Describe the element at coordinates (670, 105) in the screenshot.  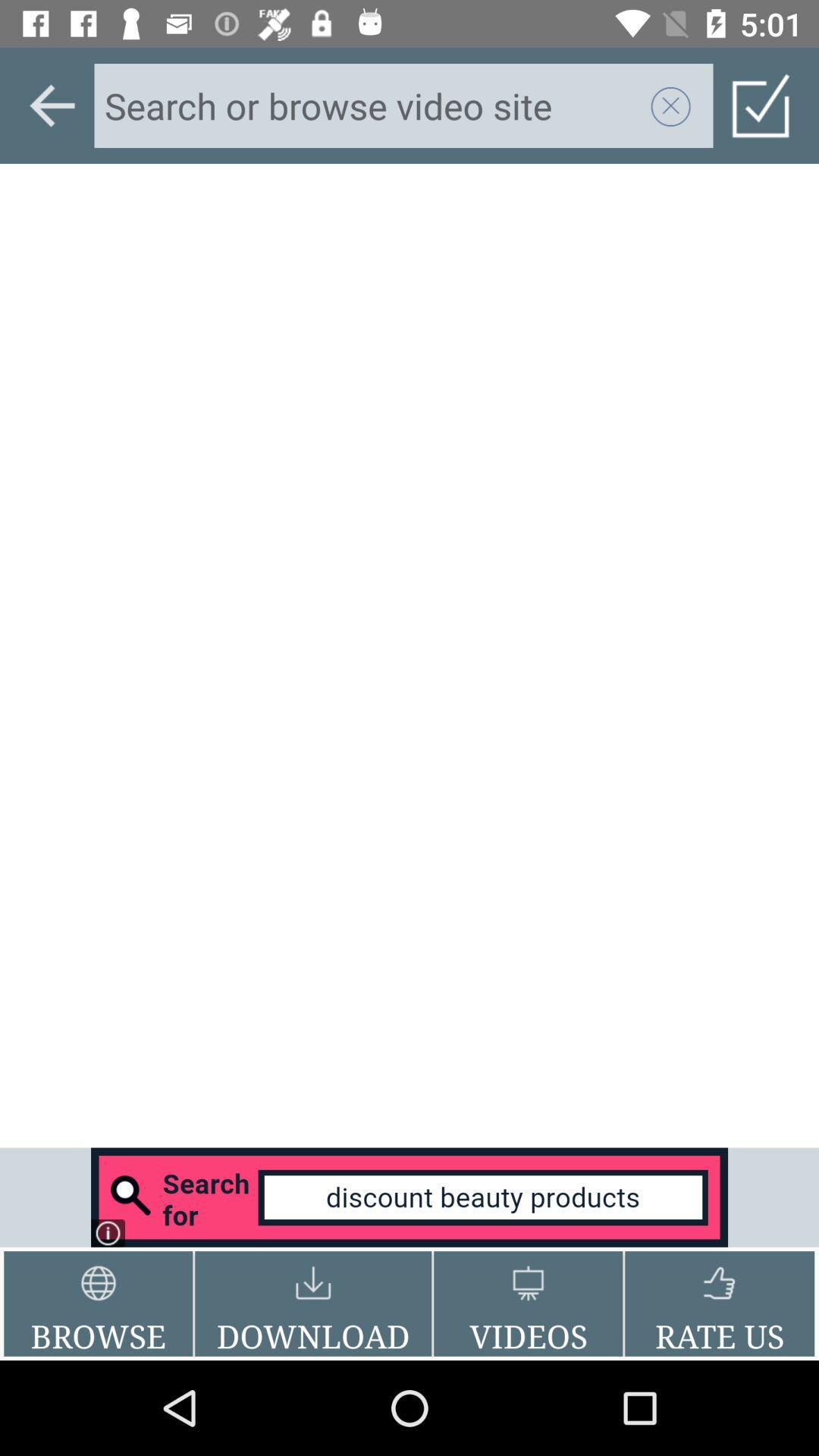
I see `clear search bar` at that location.